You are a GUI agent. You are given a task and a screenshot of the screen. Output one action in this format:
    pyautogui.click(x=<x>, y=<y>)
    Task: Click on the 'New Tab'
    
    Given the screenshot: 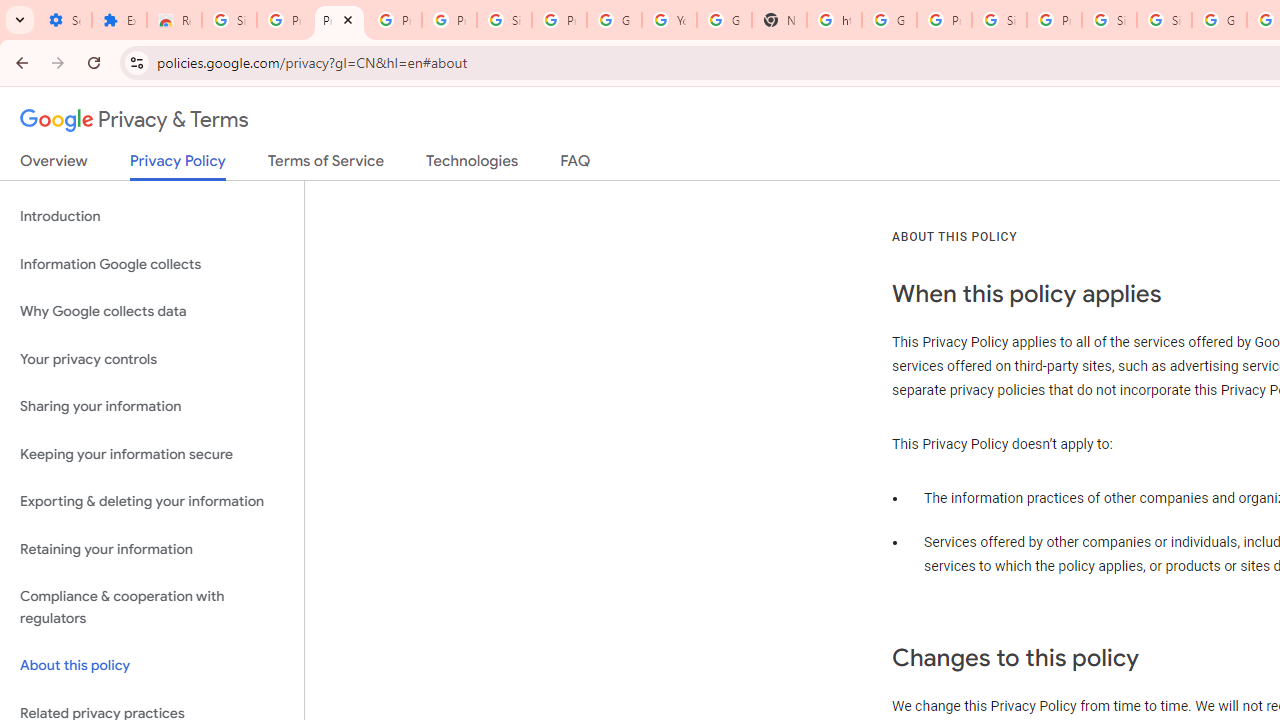 What is the action you would take?
    pyautogui.click(x=778, y=20)
    